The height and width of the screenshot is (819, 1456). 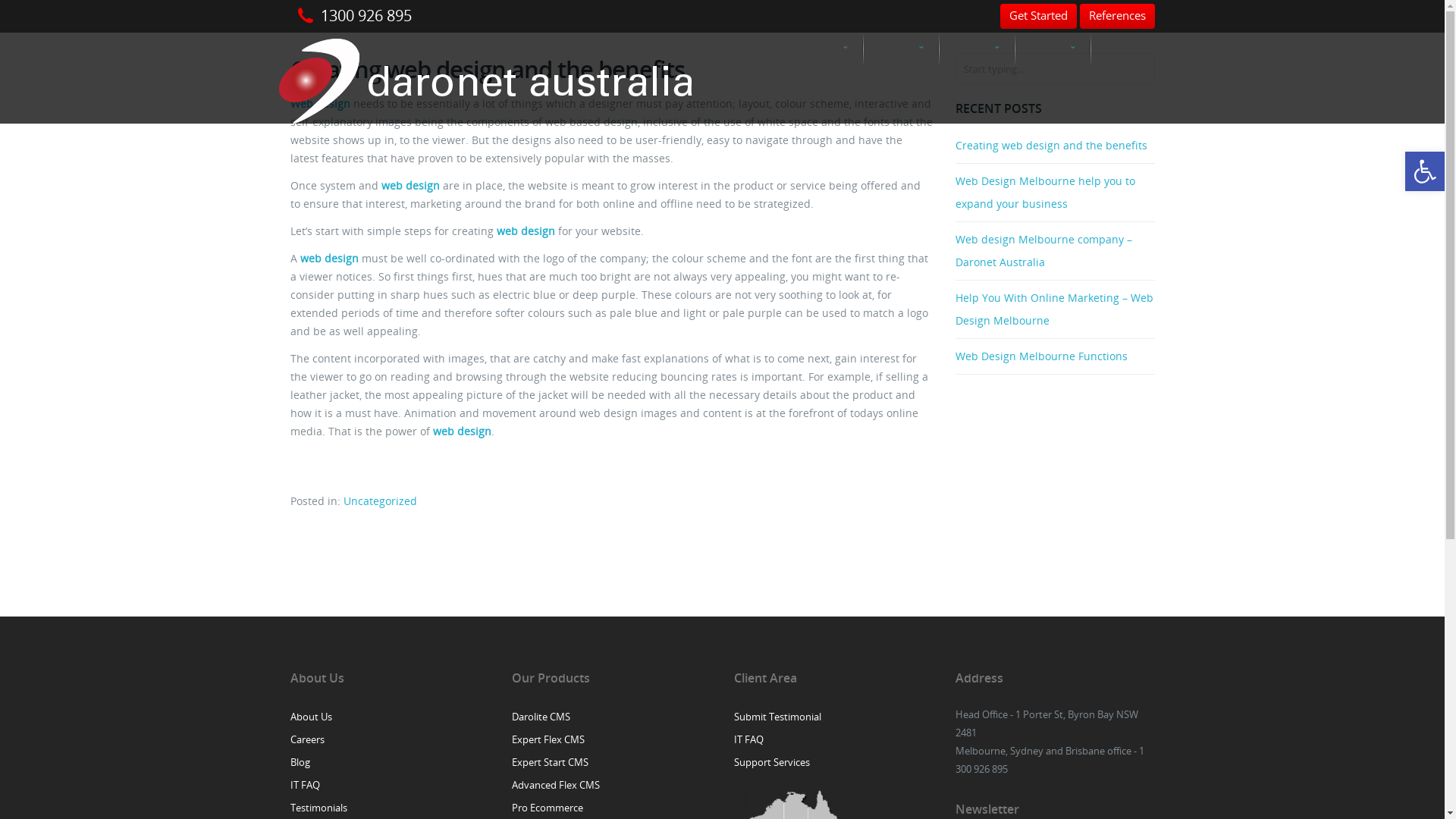 I want to click on 'web design', so click(x=328, y=257).